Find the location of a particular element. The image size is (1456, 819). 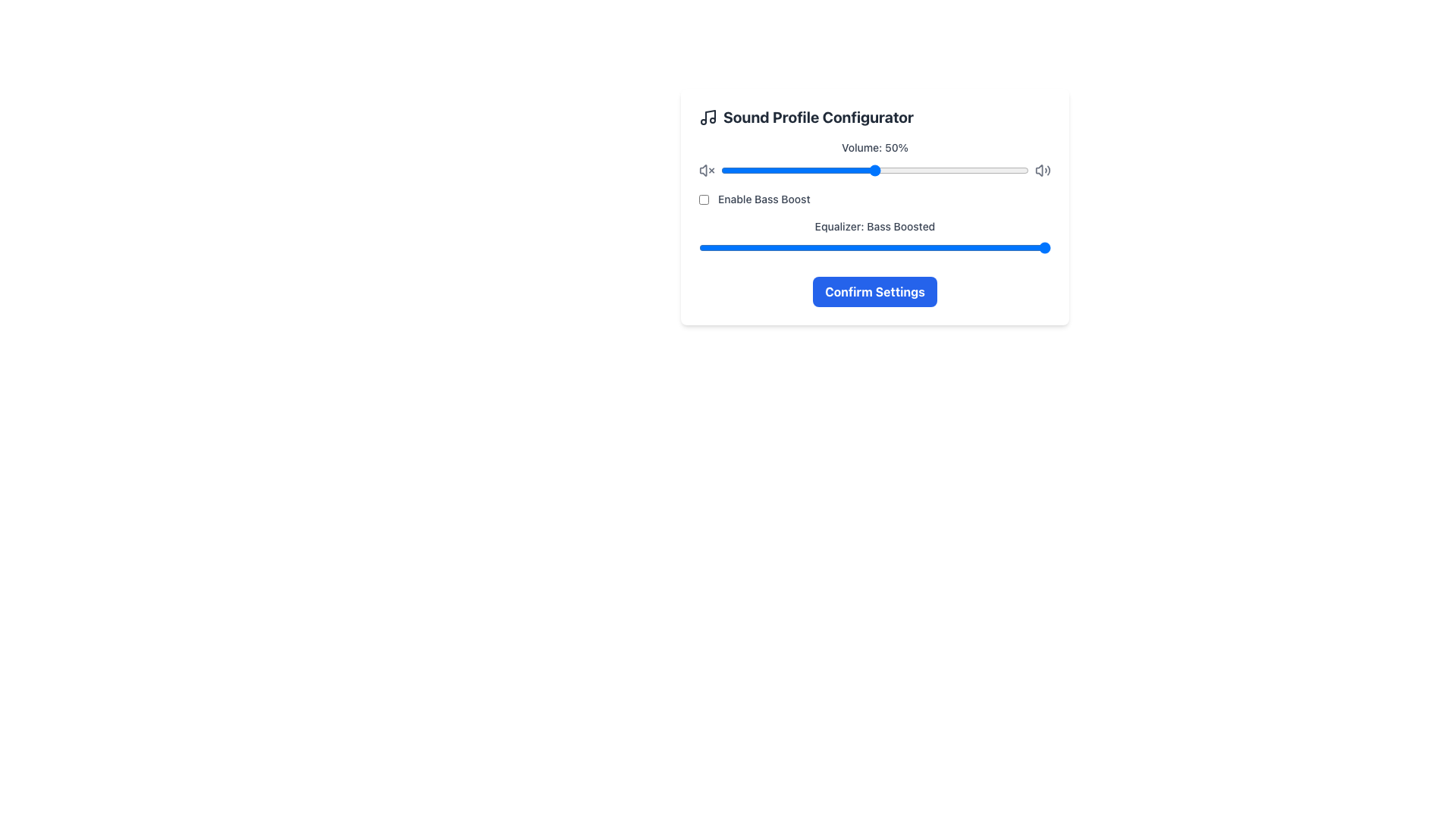

the text label displaying 'Volume: 50%' in gray font, positioned above the volume slider in the Sound Profile Configurator section is located at coordinates (874, 148).